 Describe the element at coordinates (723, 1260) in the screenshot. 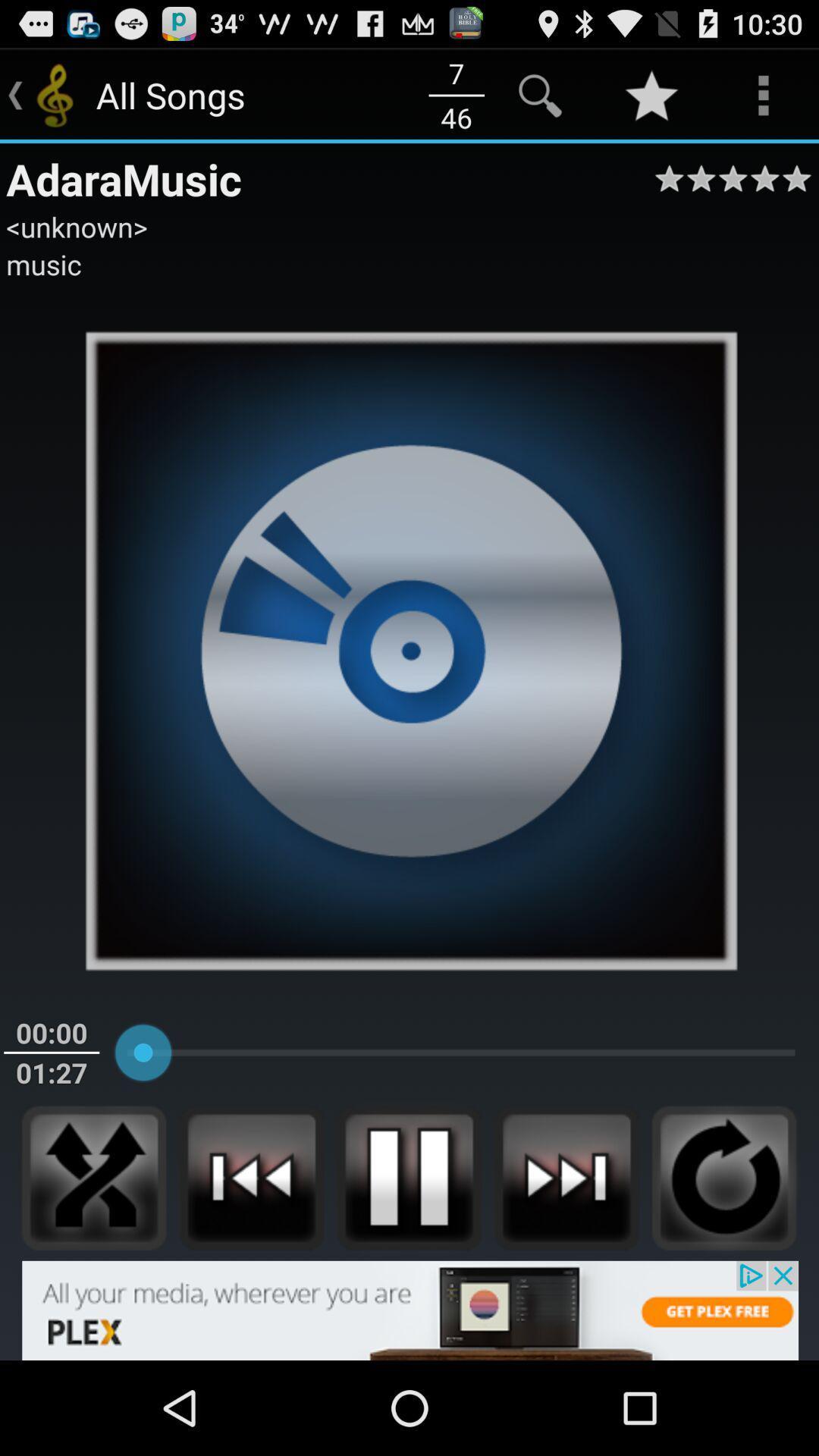

I see `the refresh icon` at that location.